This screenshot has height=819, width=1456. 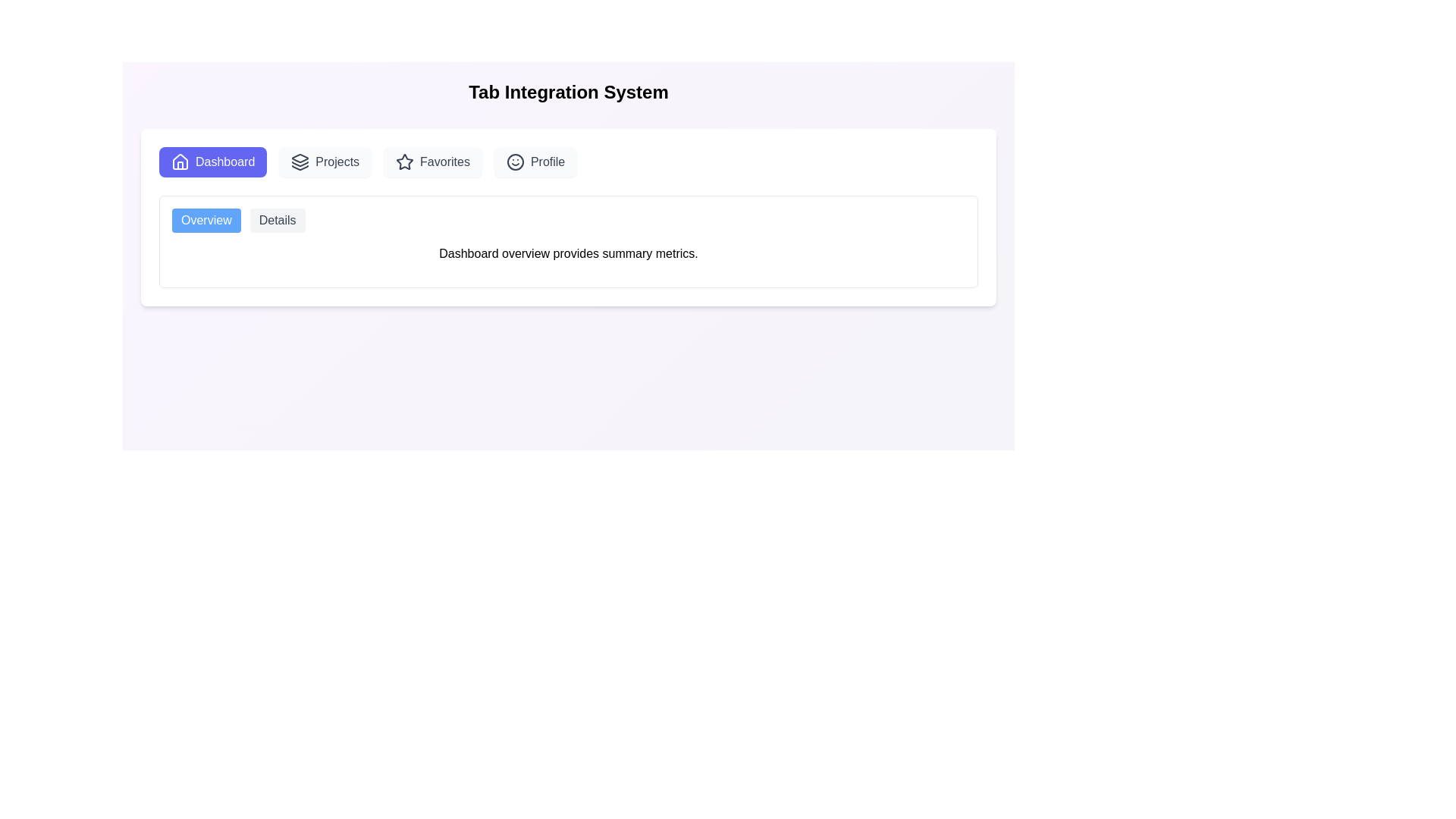 What do you see at coordinates (405, 162) in the screenshot?
I see `the star icon within the 'Favorites' button` at bounding box center [405, 162].